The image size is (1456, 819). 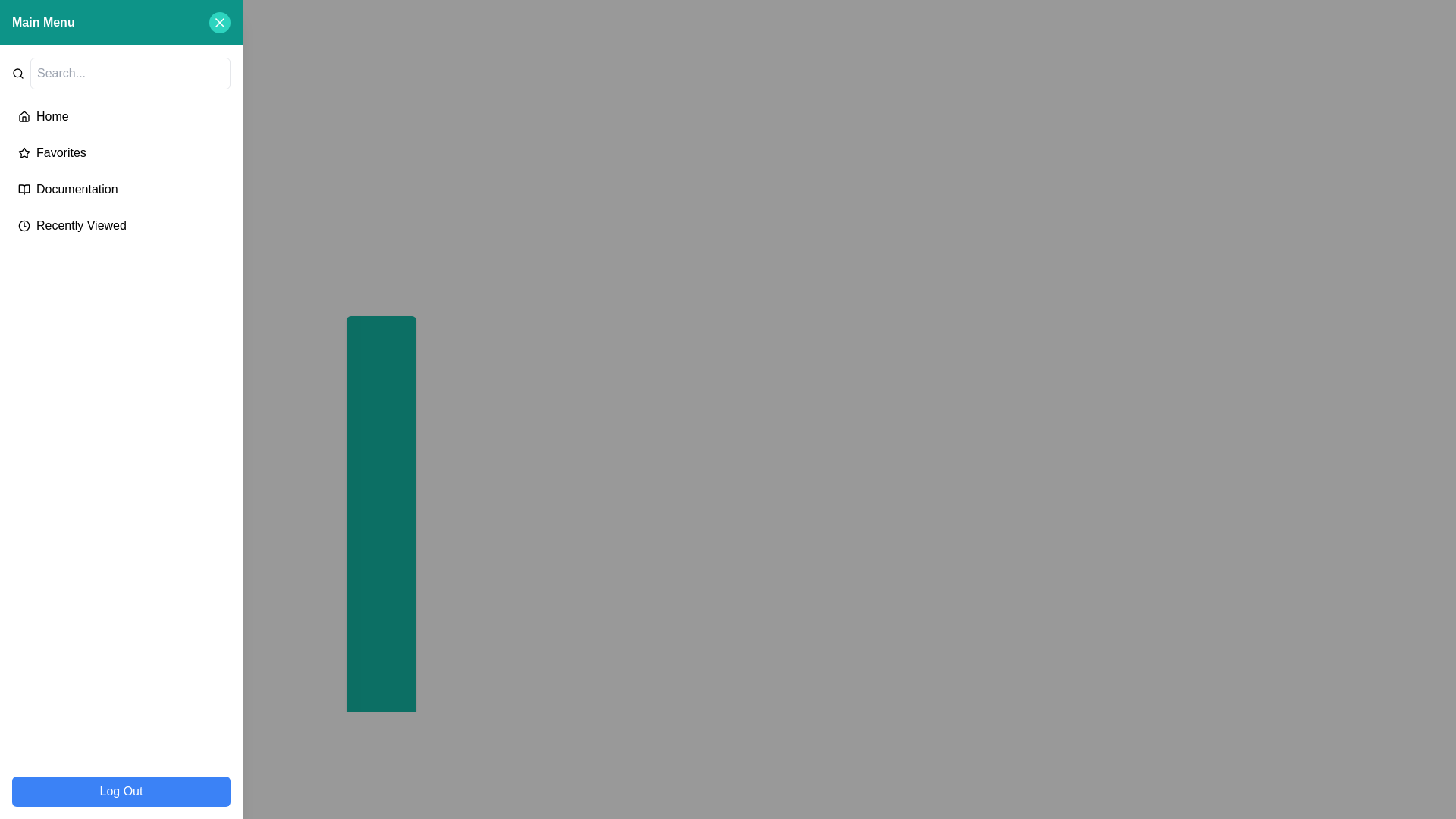 I want to click on the 'Home' icon in the navigation menu, which is an SVG graphic located near the top left of the user interface, adjacent to the text label 'Home', so click(x=24, y=115).